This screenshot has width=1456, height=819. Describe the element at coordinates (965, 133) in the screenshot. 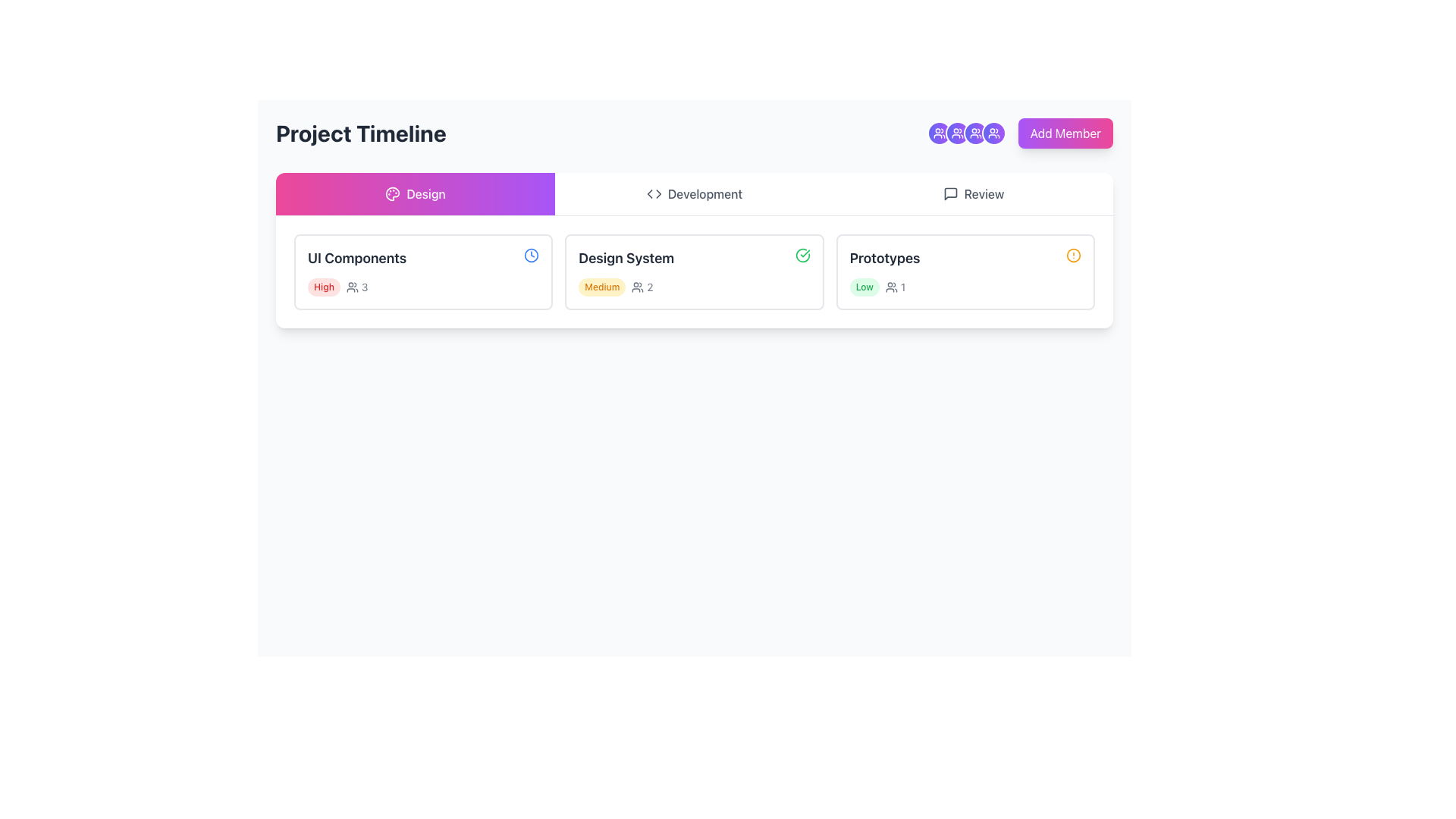

I see `the third circular user icon located at the top-right of the layout, just to the left of the 'Add Member' button` at that location.